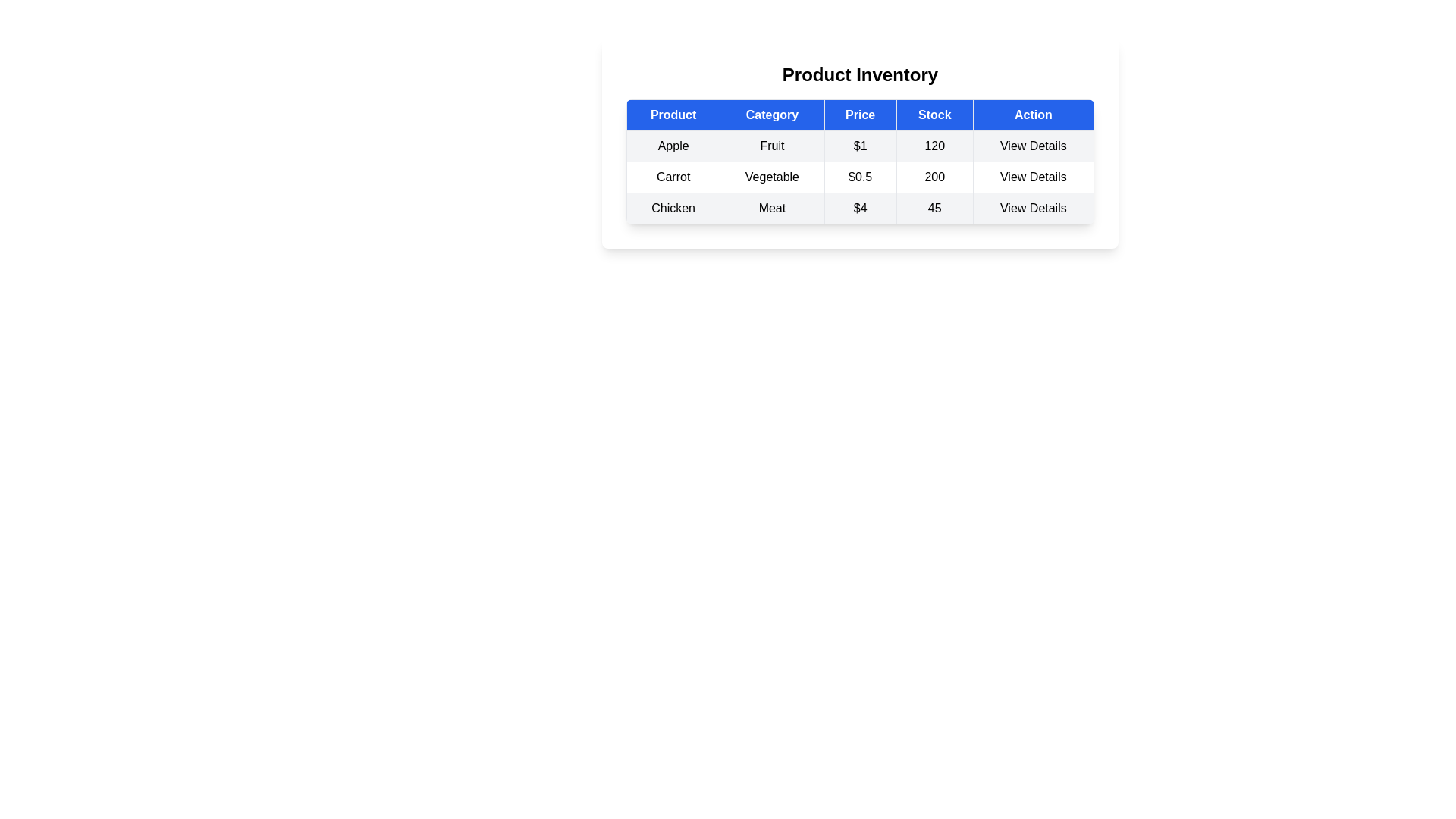 Image resolution: width=1456 pixels, height=819 pixels. I want to click on the column header Action to inspect it, so click(1032, 114).